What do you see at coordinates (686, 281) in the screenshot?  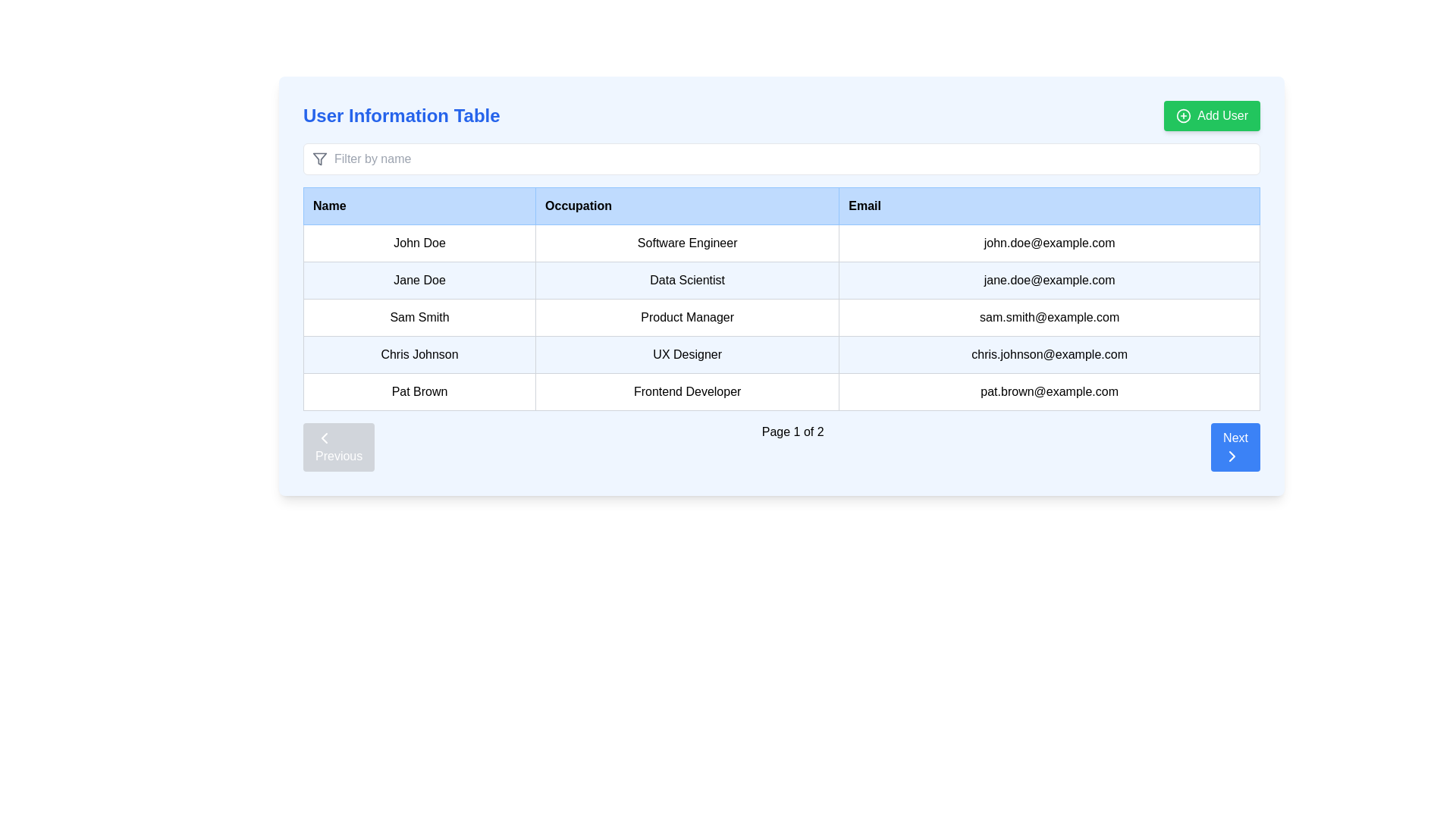 I see `the text label representing the job title in the second row of the table under the 'Occupation' column, which is horizontally aligned with 'Jane Doe' on the left and 'jane.doe@example.com' on the right` at bounding box center [686, 281].